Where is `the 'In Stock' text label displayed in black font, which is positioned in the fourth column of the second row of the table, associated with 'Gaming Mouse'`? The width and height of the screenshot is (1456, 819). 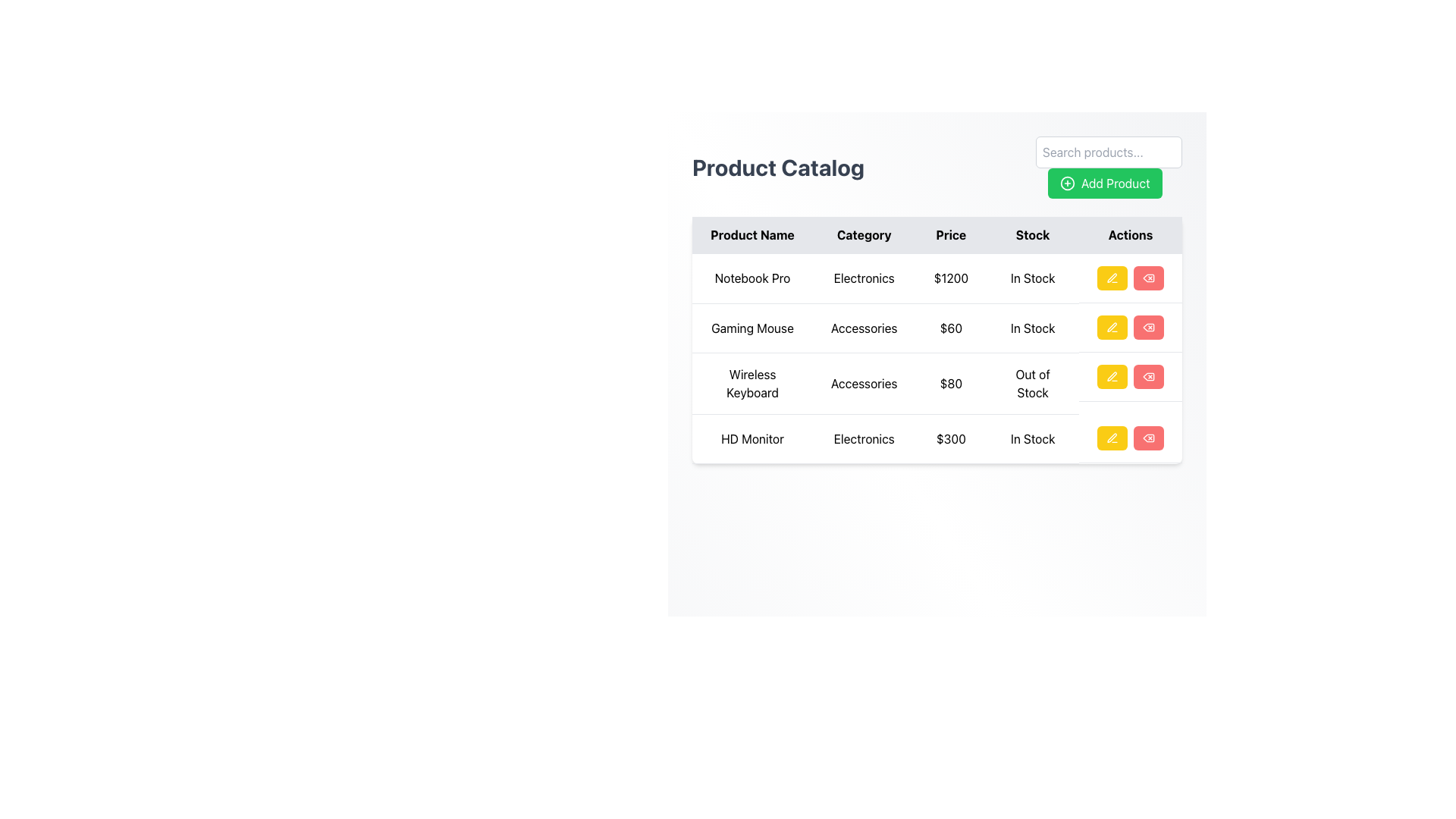 the 'In Stock' text label displayed in black font, which is positioned in the fourth column of the second row of the table, associated with 'Gaming Mouse' is located at coordinates (1032, 327).